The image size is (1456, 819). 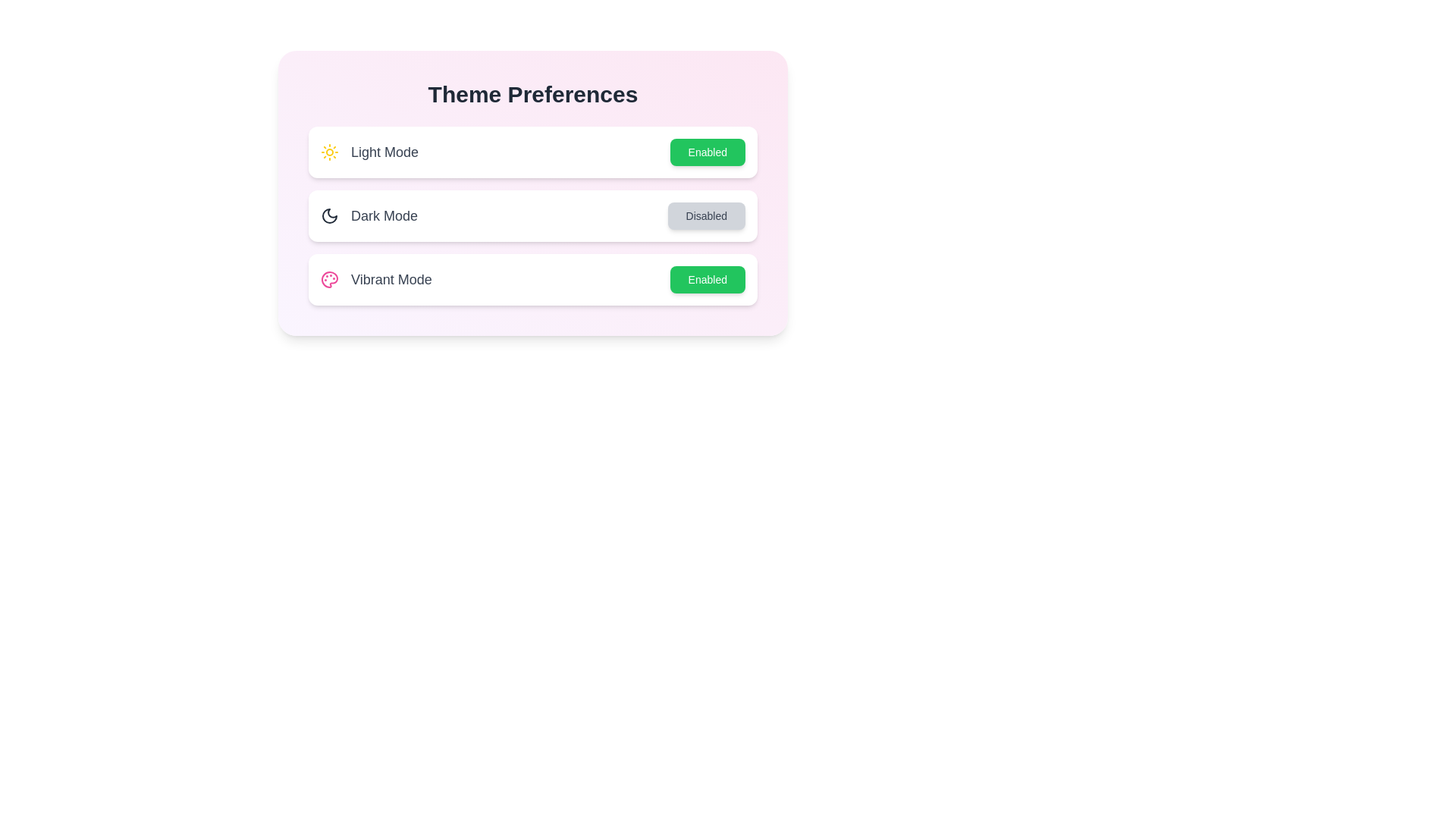 I want to click on the description and icon of the theme Light Mode, so click(x=329, y=152).